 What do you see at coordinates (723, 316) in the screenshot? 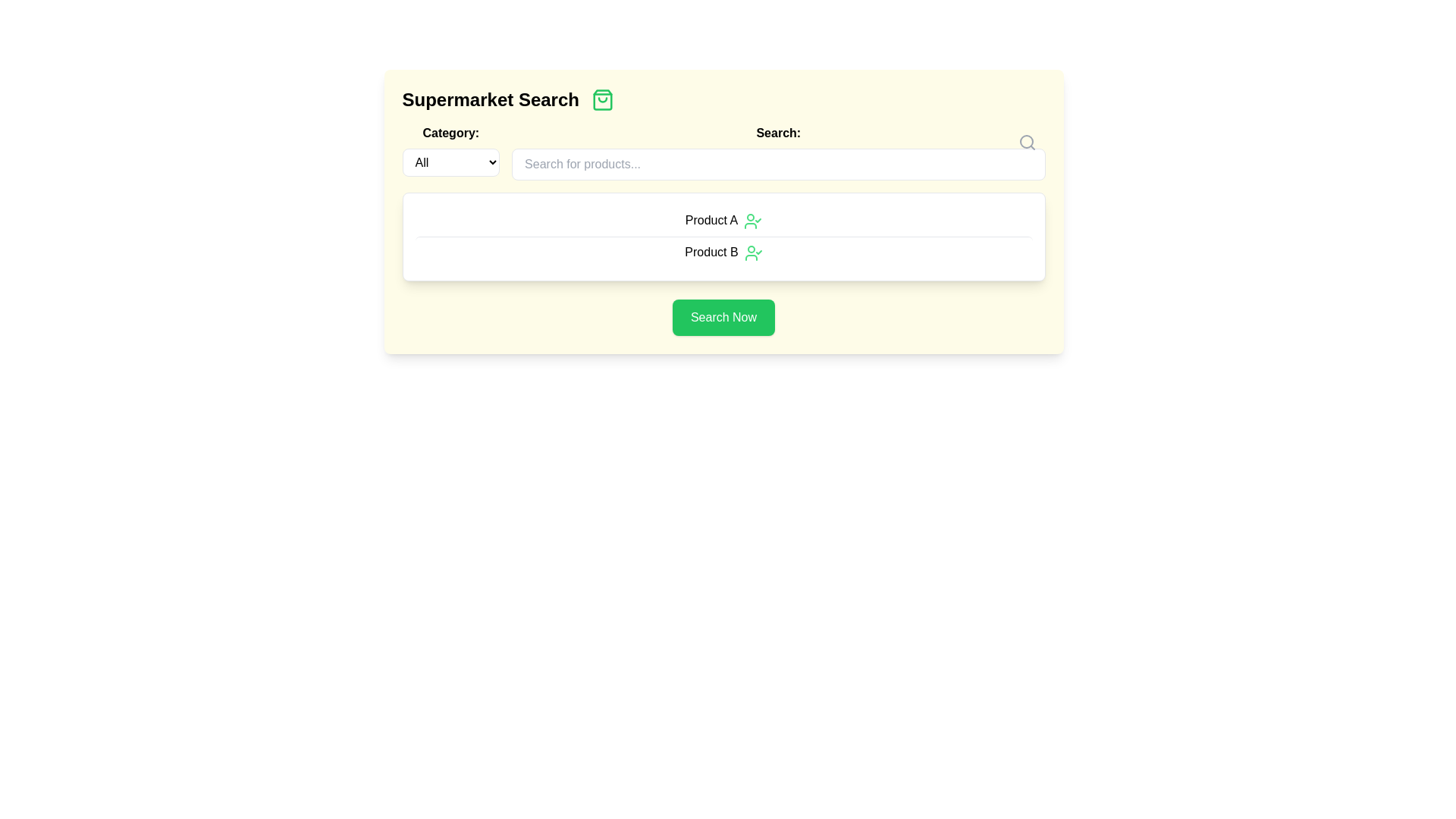
I see `the green 'Search Now' button located at the center-bottom part of the interface` at bounding box center [723, 316].